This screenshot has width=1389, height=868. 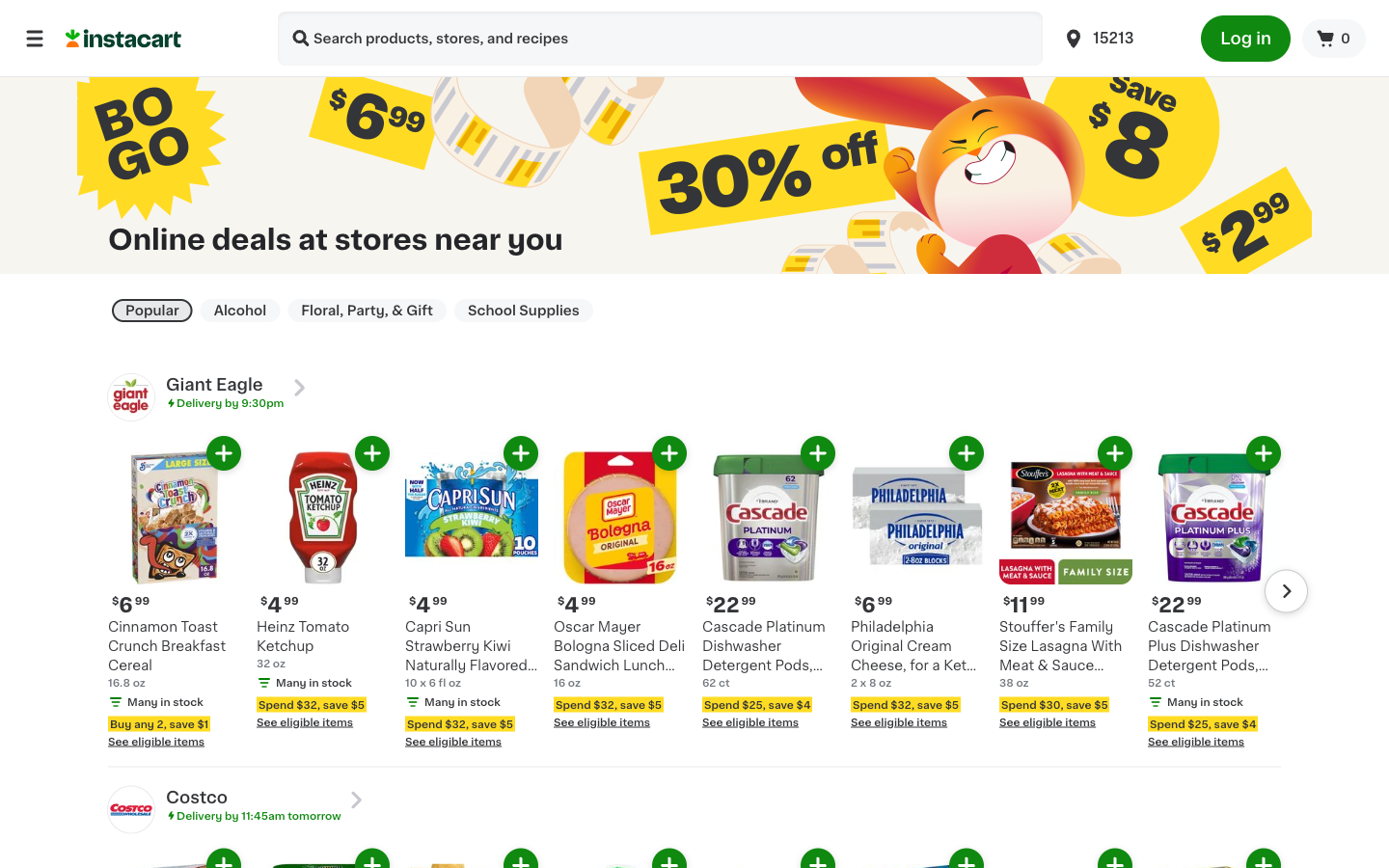 I want to click on Display all qualifying products for discount with Cinnamon Toast Breakfast, so click(x=202, y=754).